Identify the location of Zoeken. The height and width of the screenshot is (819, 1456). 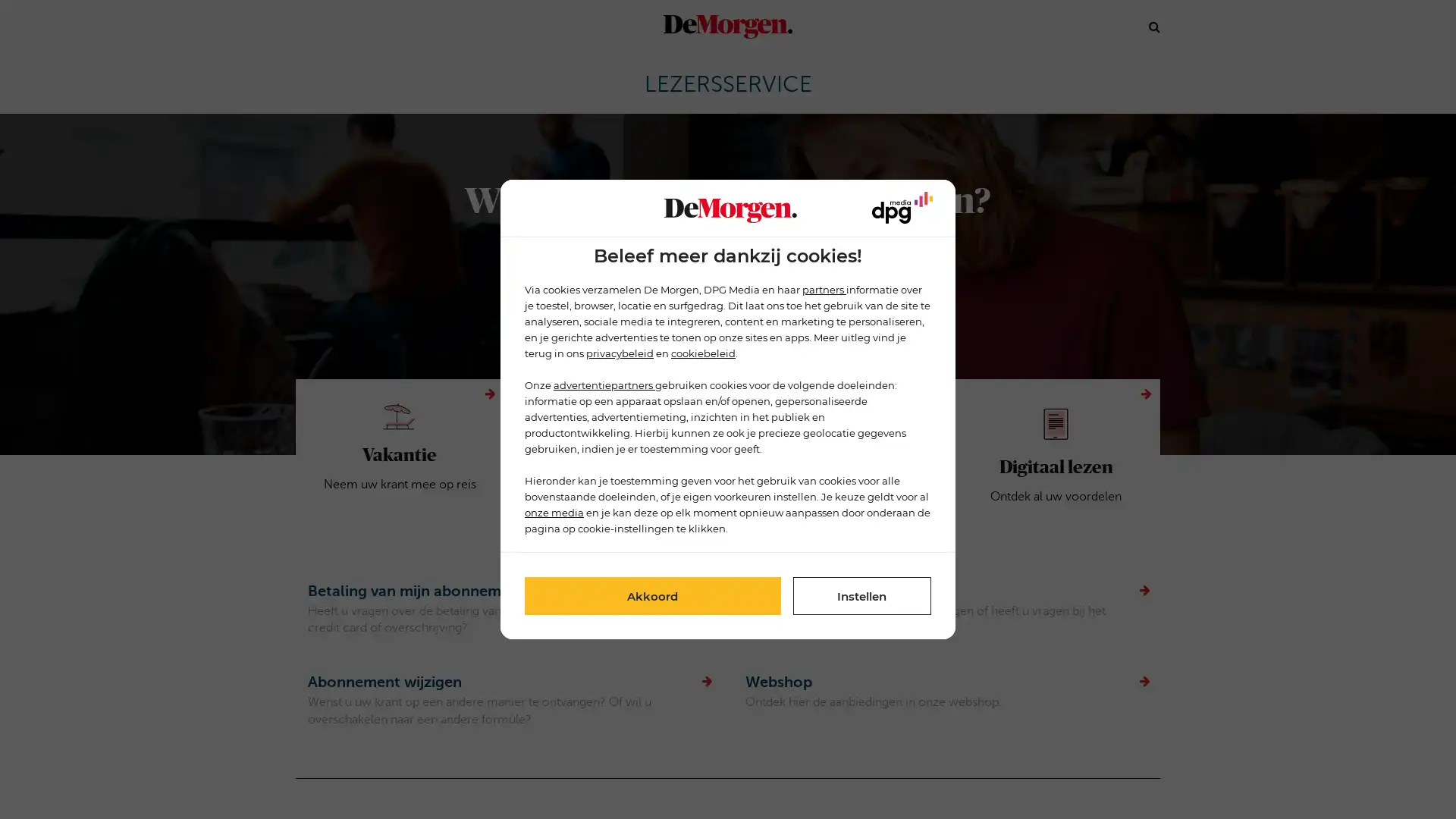
(842, 284).